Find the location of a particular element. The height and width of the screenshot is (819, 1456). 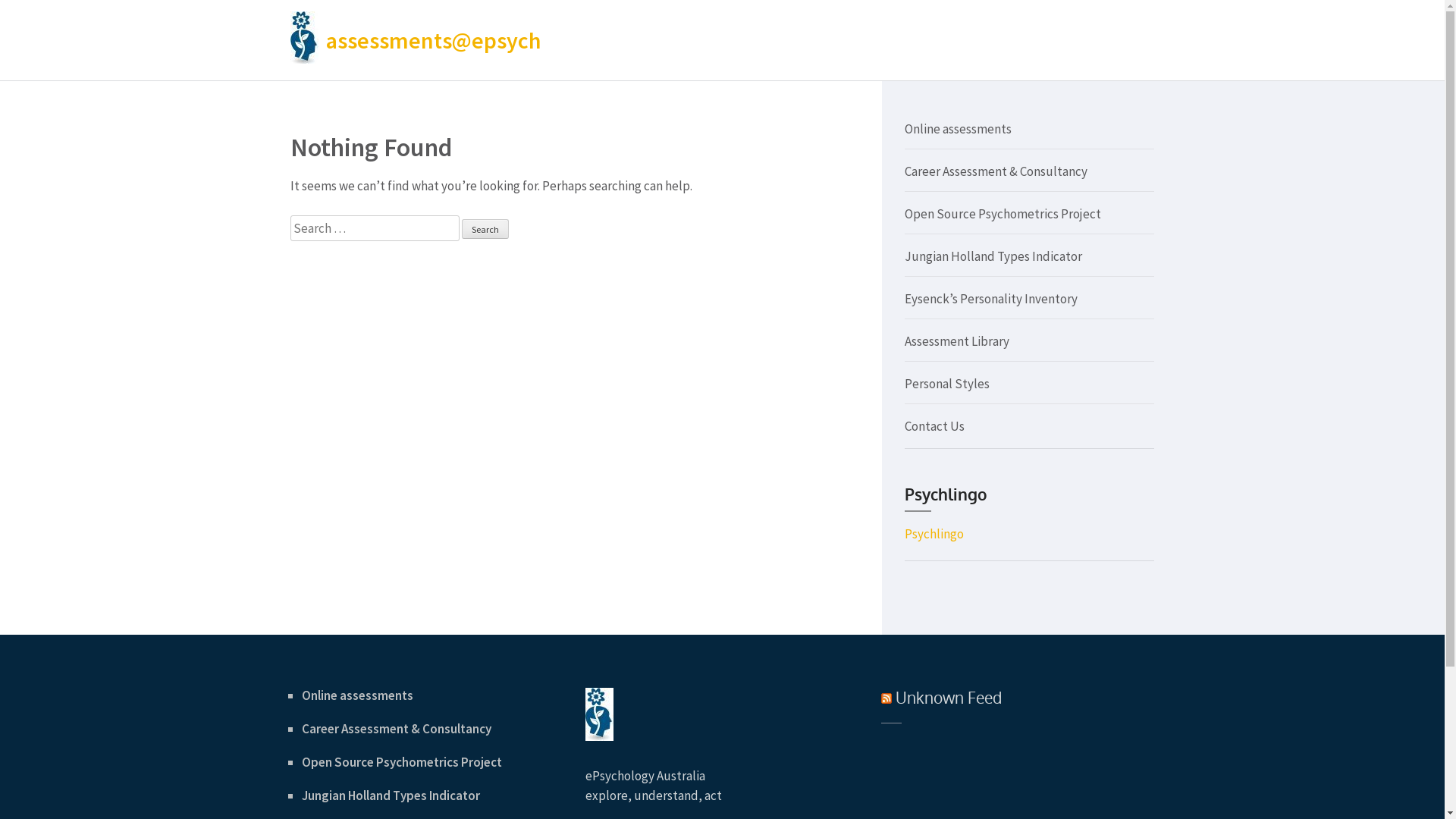

'Psychlingo ' is located at coordinates (934, 533).